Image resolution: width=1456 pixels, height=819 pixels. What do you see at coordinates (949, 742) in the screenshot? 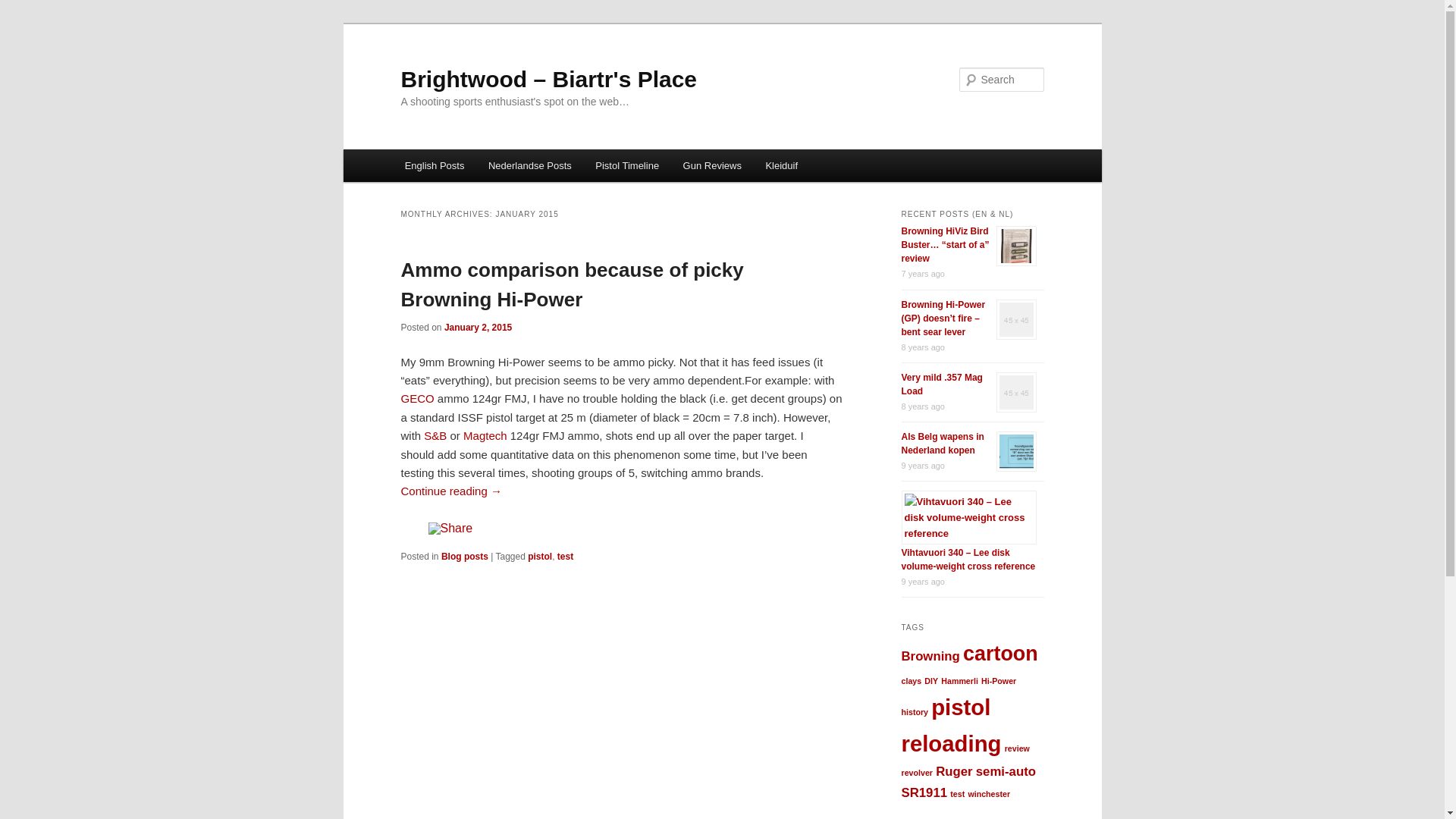
I see `'reloading'` at bounding box center [949, 742].